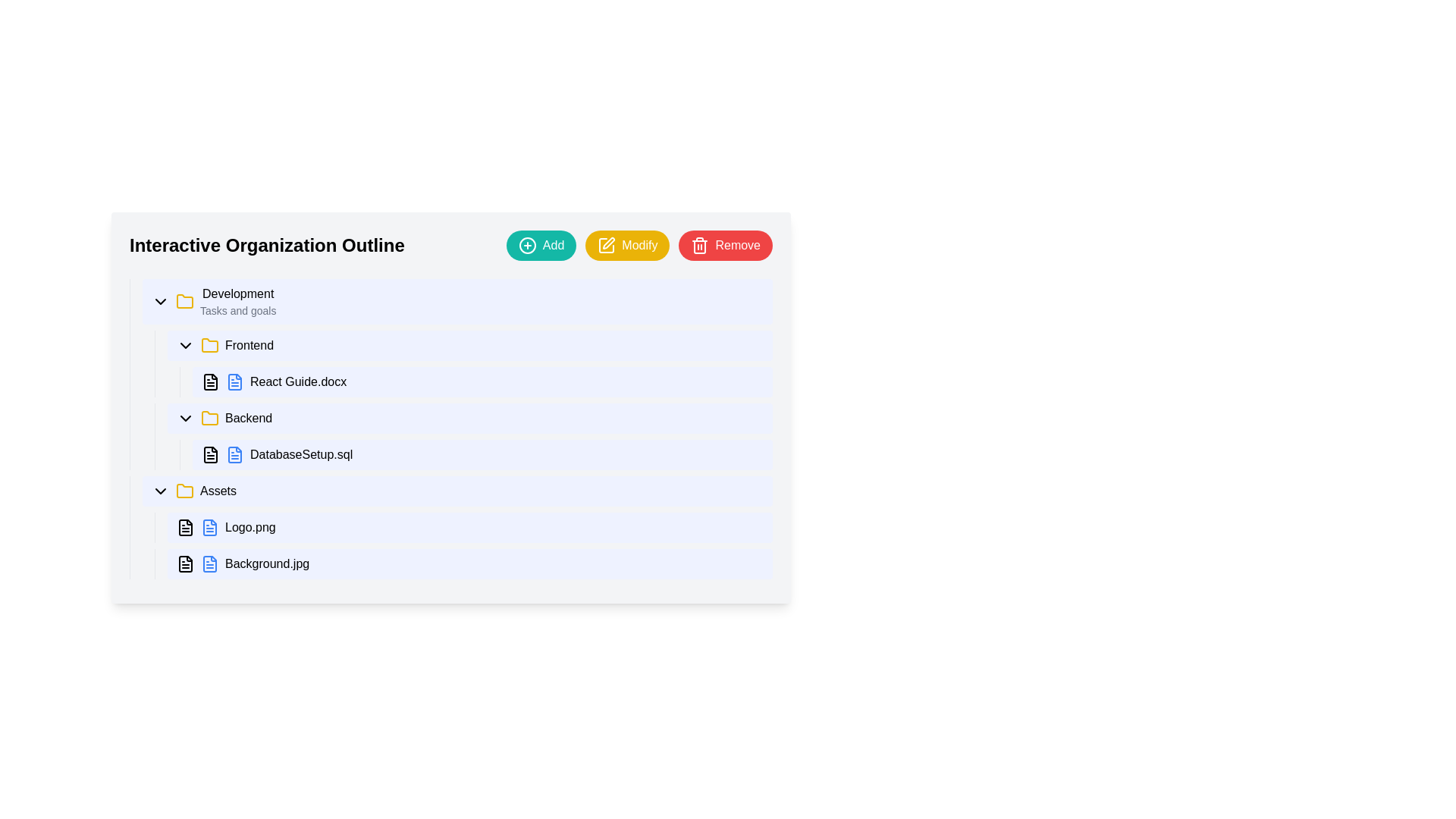 The image size is (1456, 819). What do you see at coordinates (249, 345) in the screenshot?
I see `to select the 'Frontend' folder label located under the 'Development' section, to the right of the yellow folder icon and above the 'React Guide.docx' file` at bounding box center [249, 345].